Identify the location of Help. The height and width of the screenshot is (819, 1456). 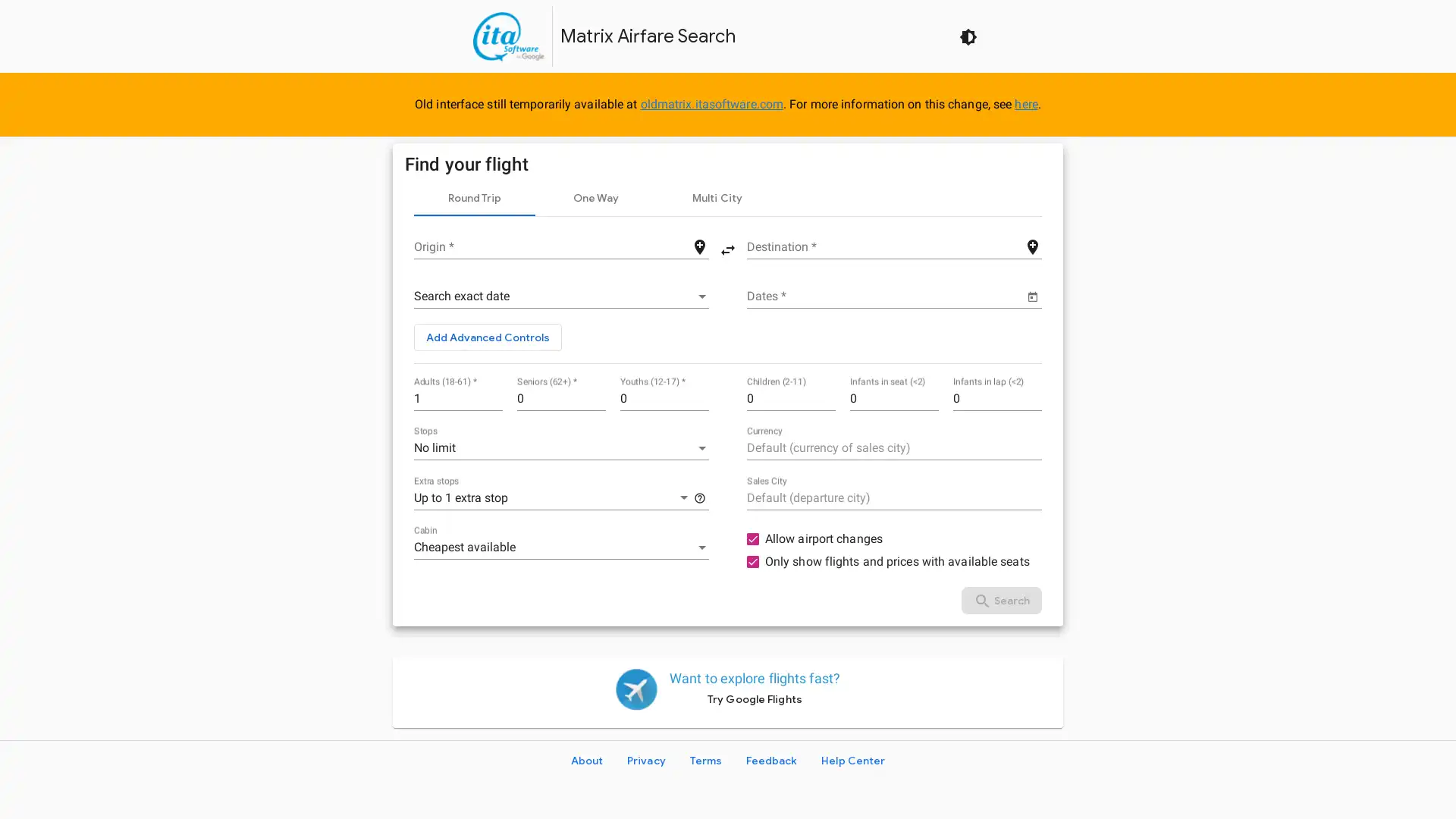
(698, 497).